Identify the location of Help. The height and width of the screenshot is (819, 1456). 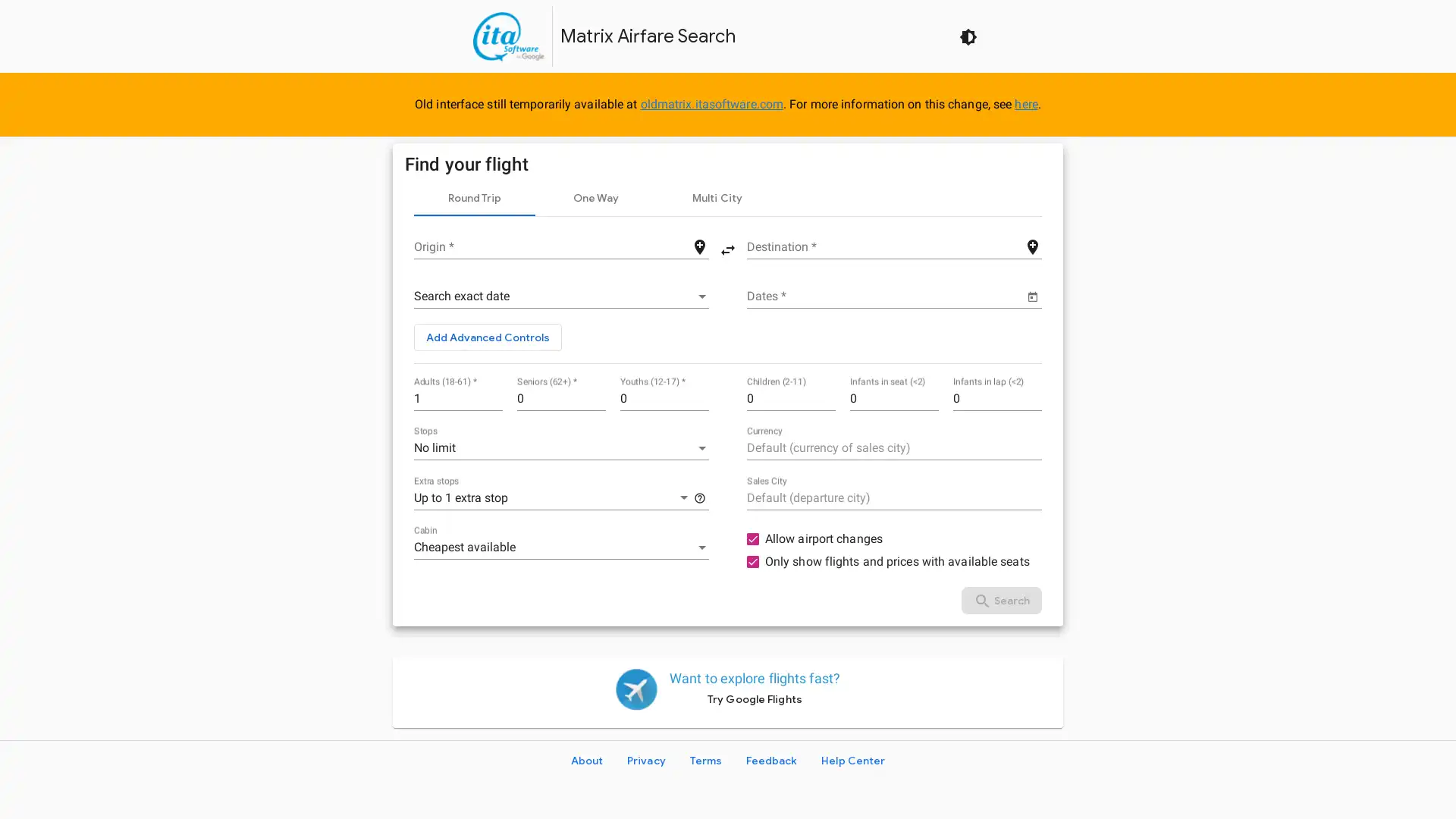
(698, 497).